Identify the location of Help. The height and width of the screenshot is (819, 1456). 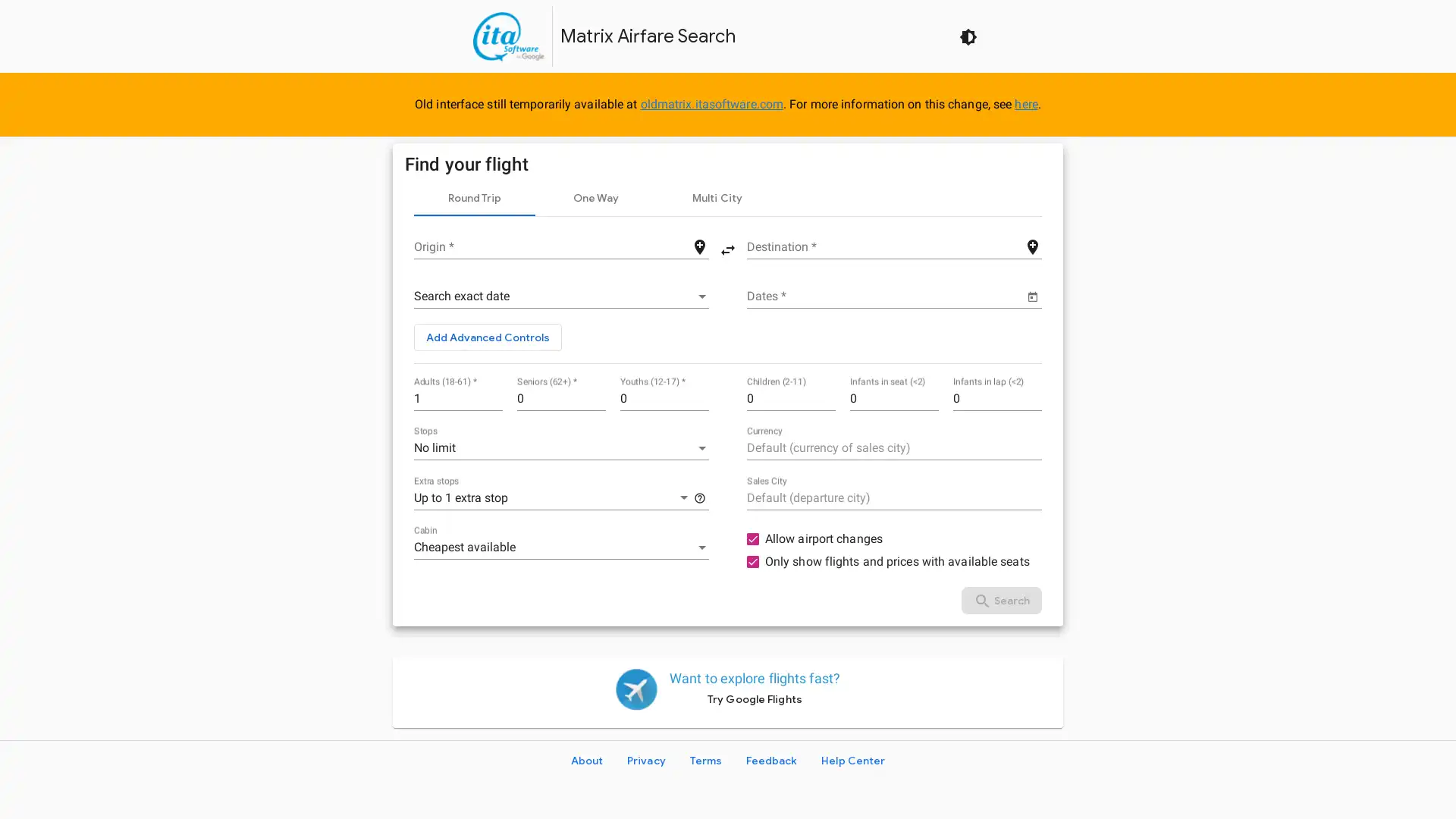
(698, 497).